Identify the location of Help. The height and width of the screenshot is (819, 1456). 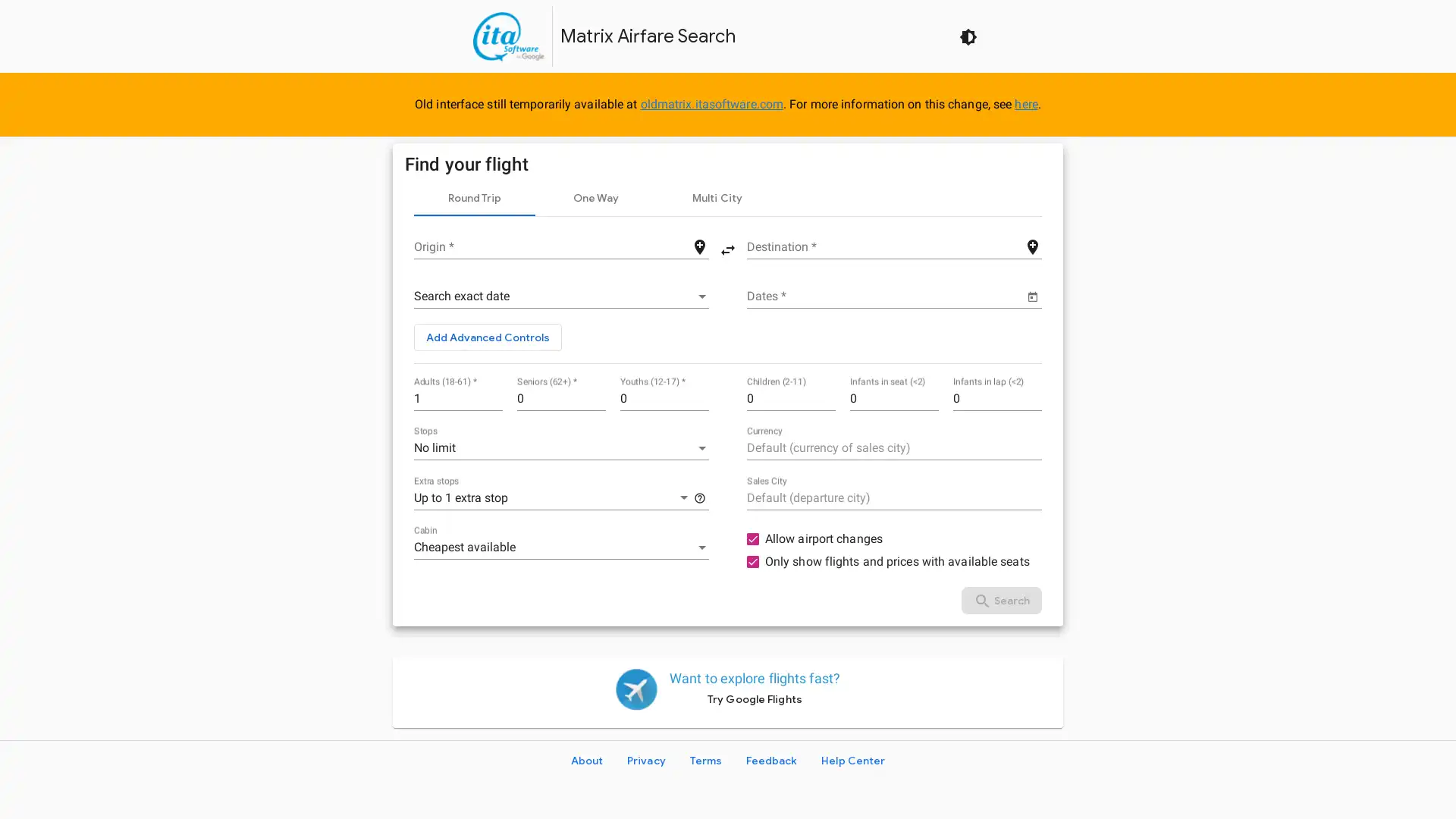
(698, 497).